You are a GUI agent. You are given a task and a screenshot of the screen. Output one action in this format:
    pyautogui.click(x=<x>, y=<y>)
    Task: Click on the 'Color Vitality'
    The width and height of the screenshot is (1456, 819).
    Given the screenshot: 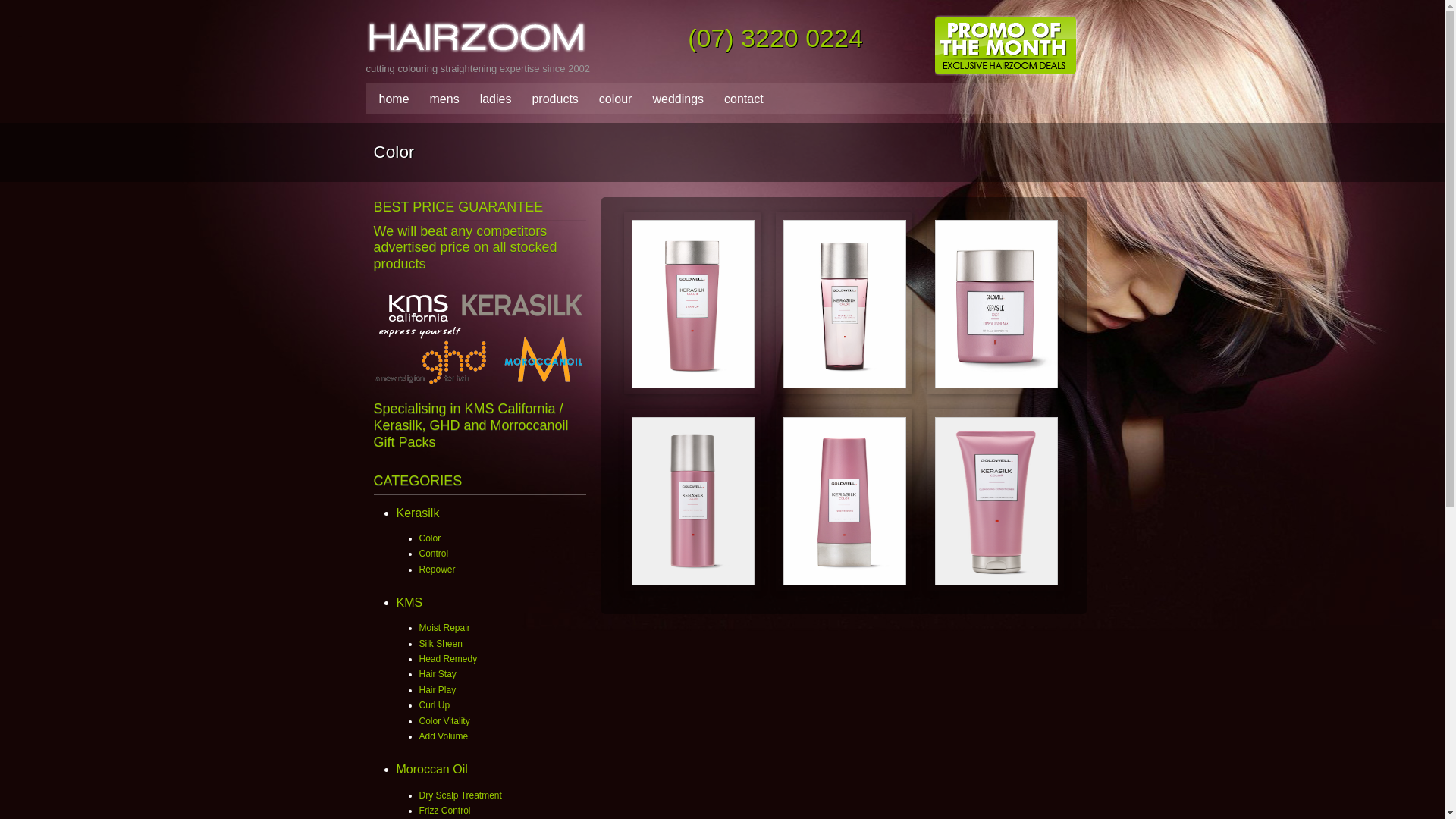 What is the action you would take?
    pyautogui.click(x=419, y=720)
    